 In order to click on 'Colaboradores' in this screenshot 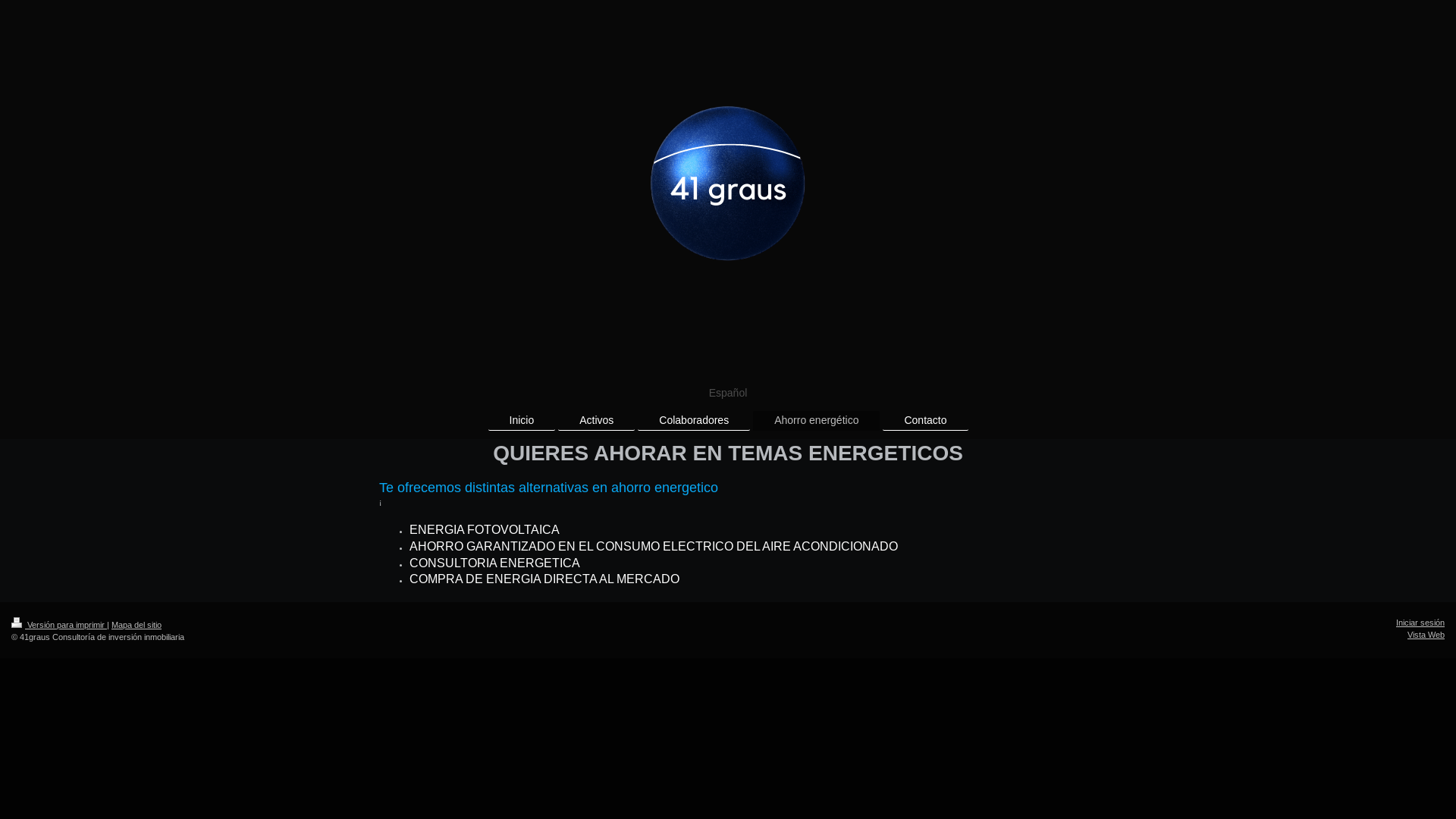, I will do `click(693, 420)`.